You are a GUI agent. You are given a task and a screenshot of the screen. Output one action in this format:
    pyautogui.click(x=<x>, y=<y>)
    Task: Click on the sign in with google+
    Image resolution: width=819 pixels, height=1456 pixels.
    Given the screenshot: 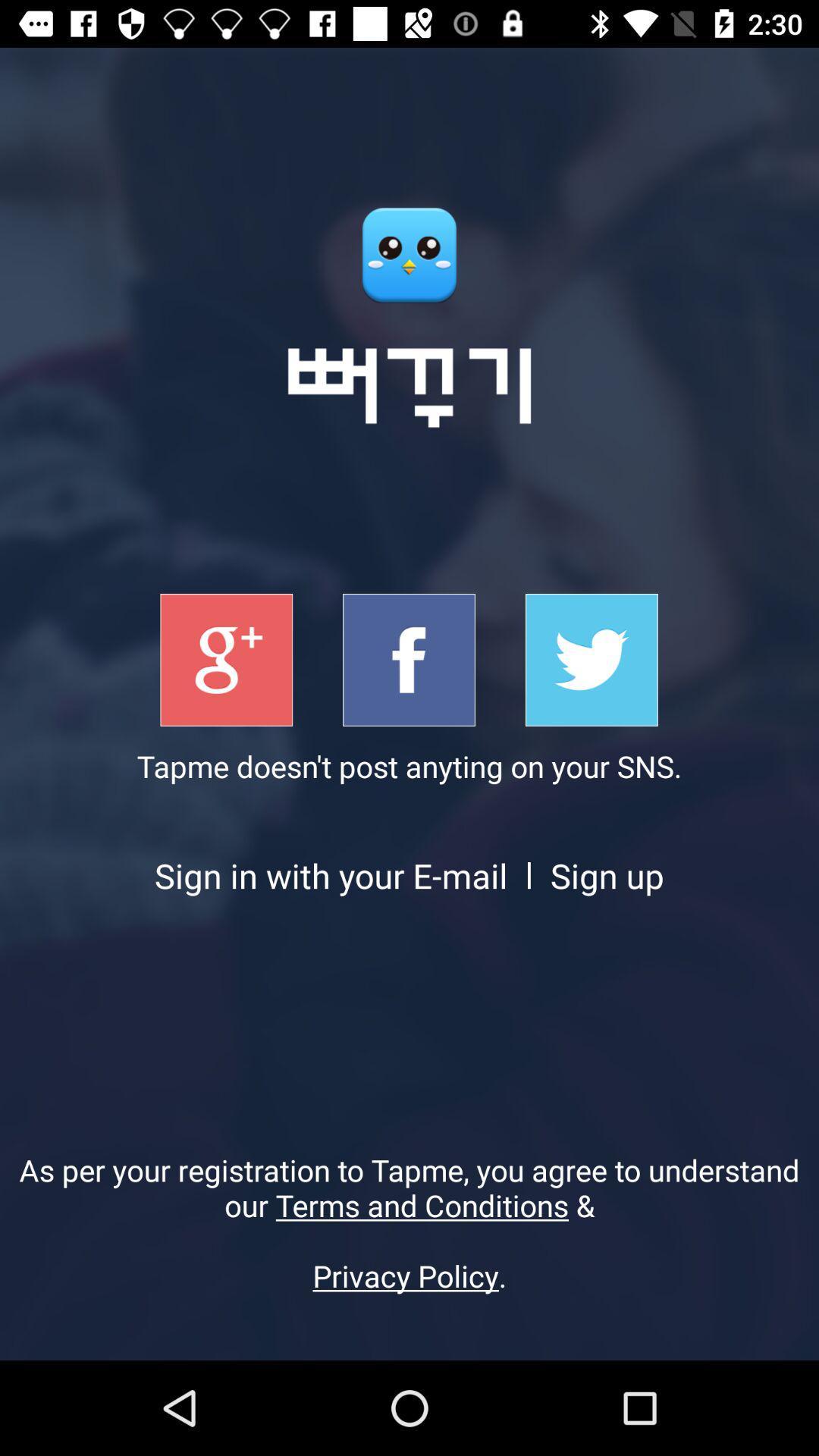 What is the action you would take?
    pyautogui.click(x=226, y=660)
    